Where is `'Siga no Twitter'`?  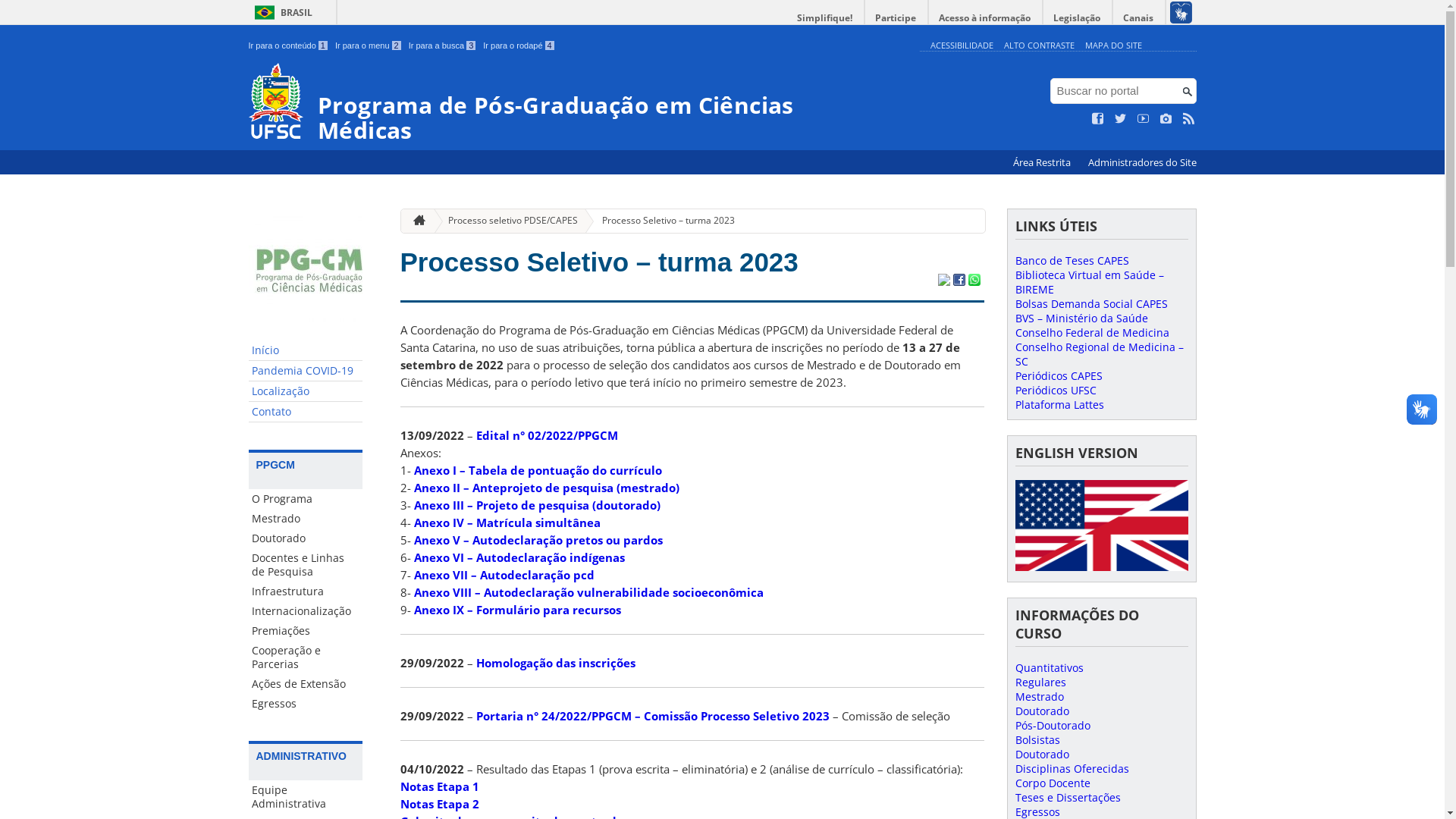
'Siga no Twitter' is located at coordinates (1114, 118).